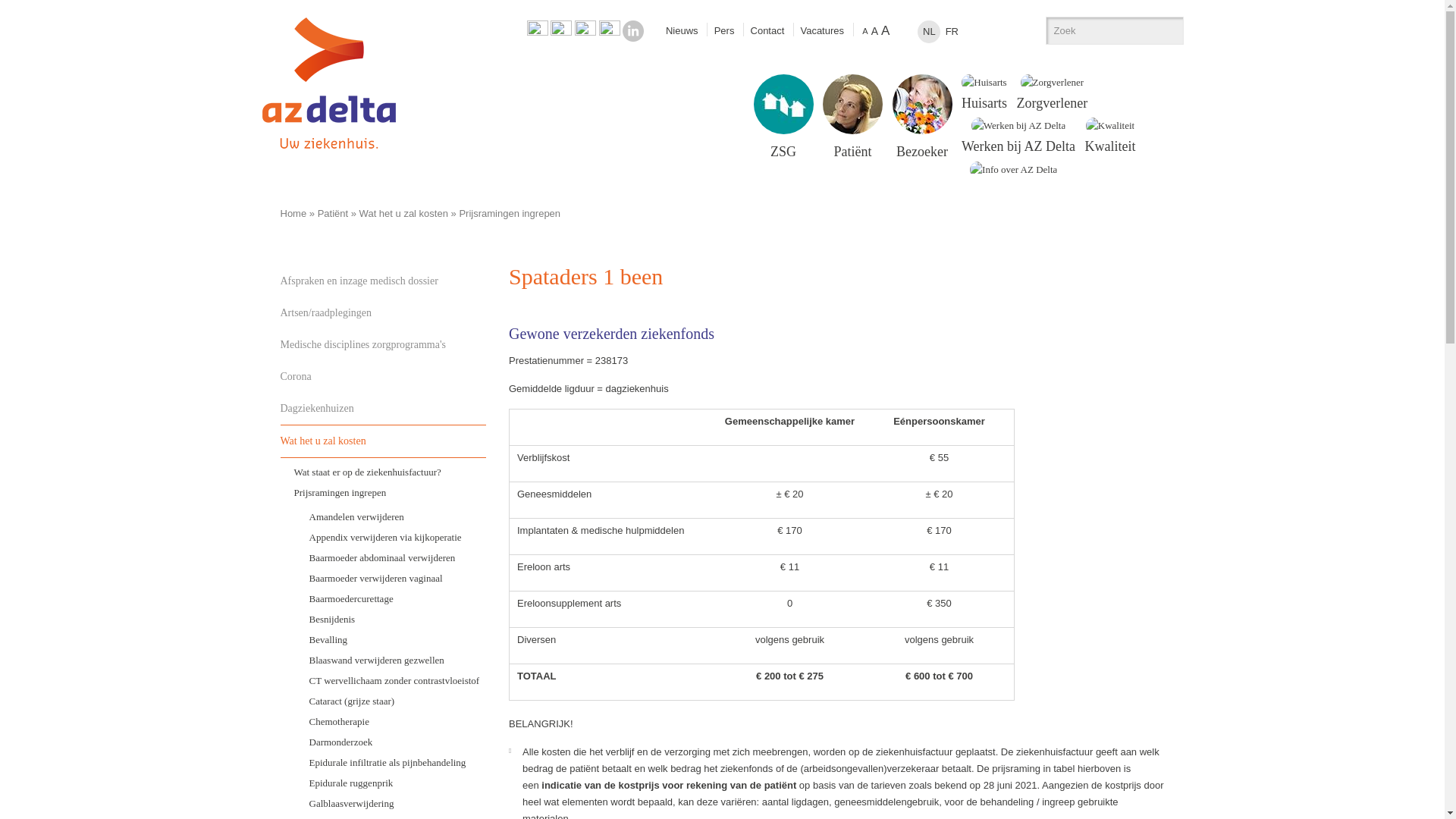  I want to click on 'Afspraken en inzage medisch dossier', so click(383, 281).